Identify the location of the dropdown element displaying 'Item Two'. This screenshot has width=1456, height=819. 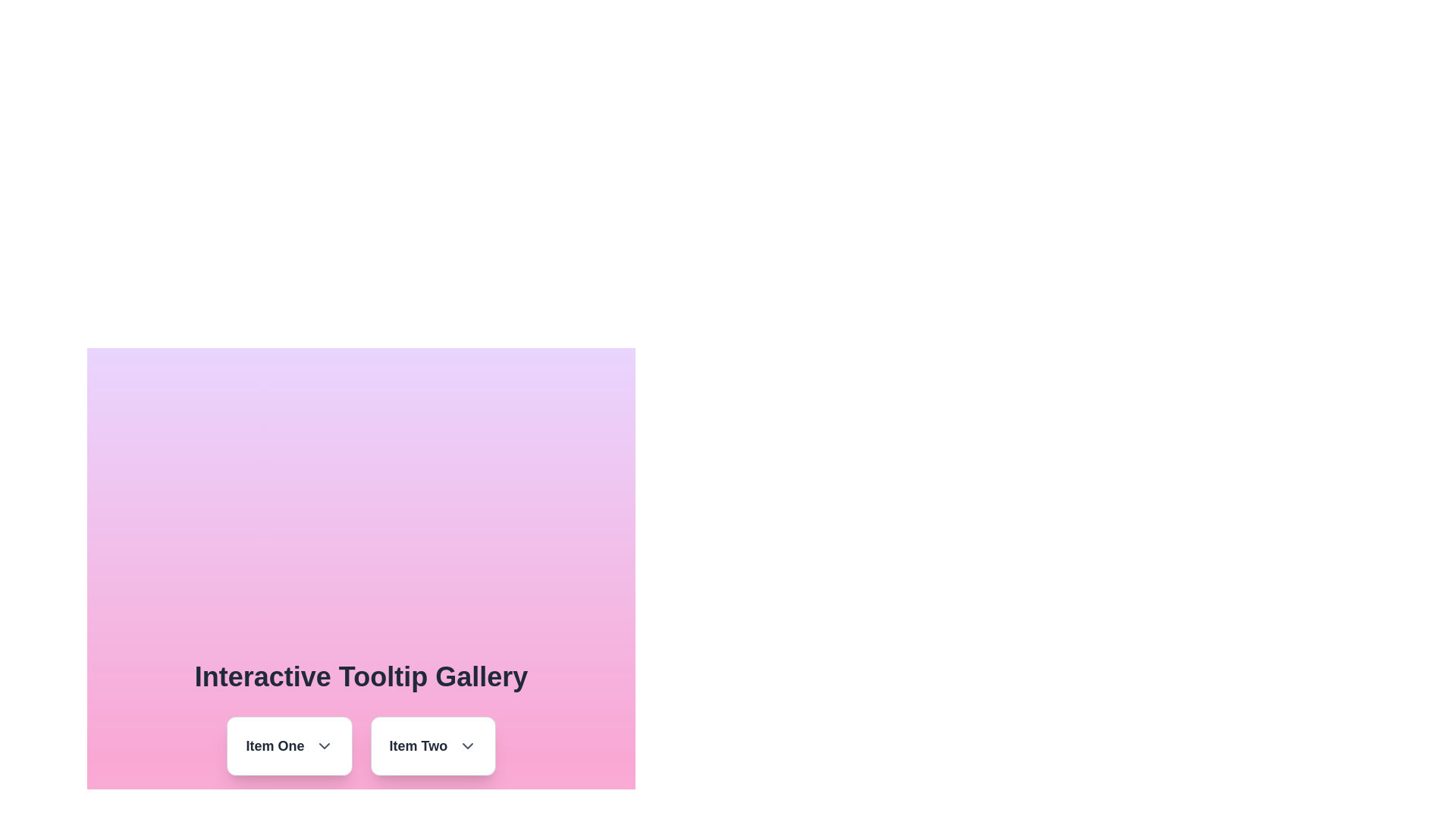
(432, 745).